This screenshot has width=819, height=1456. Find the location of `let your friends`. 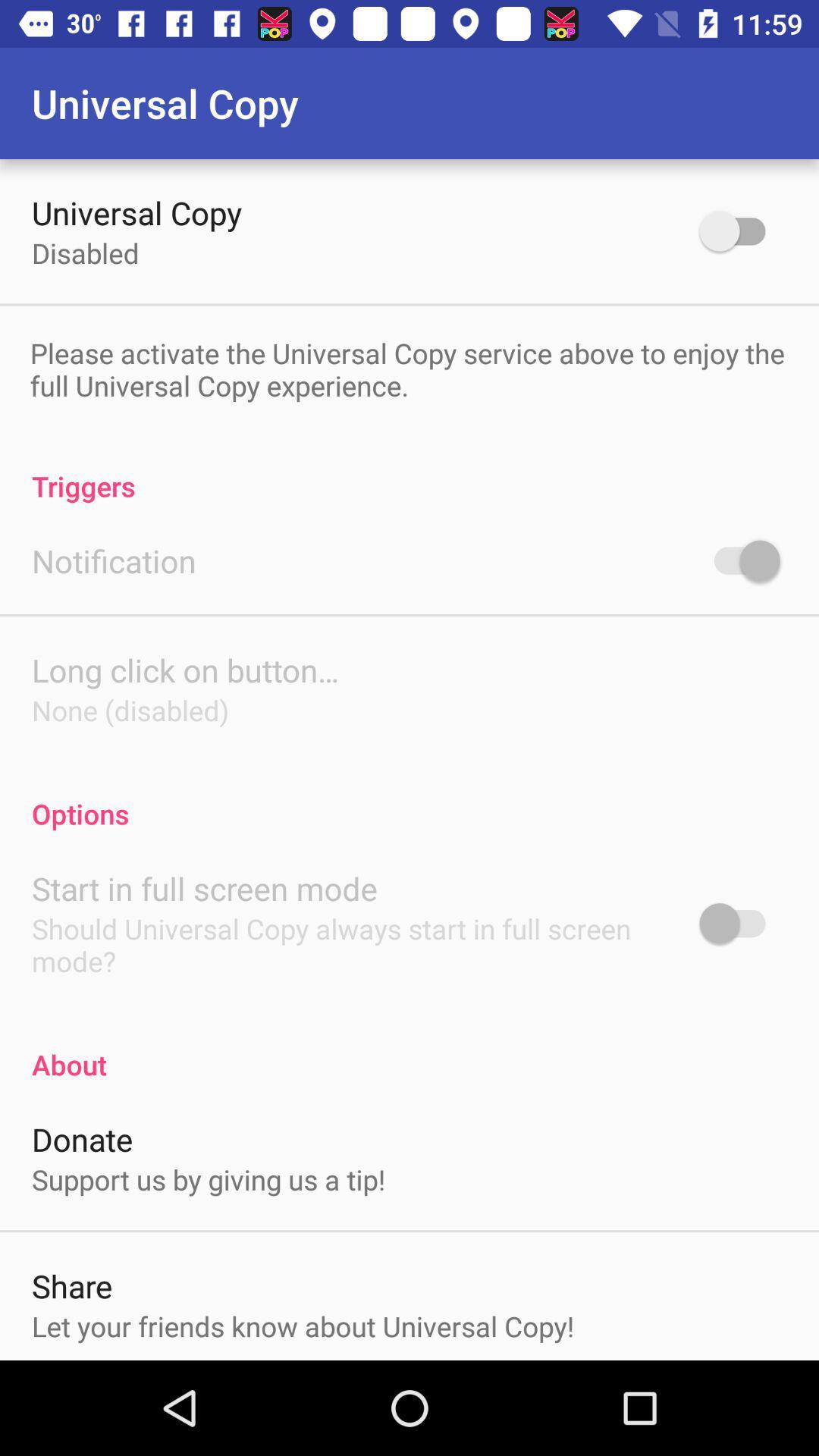

let your friends is located at coordinates (303, 1325).